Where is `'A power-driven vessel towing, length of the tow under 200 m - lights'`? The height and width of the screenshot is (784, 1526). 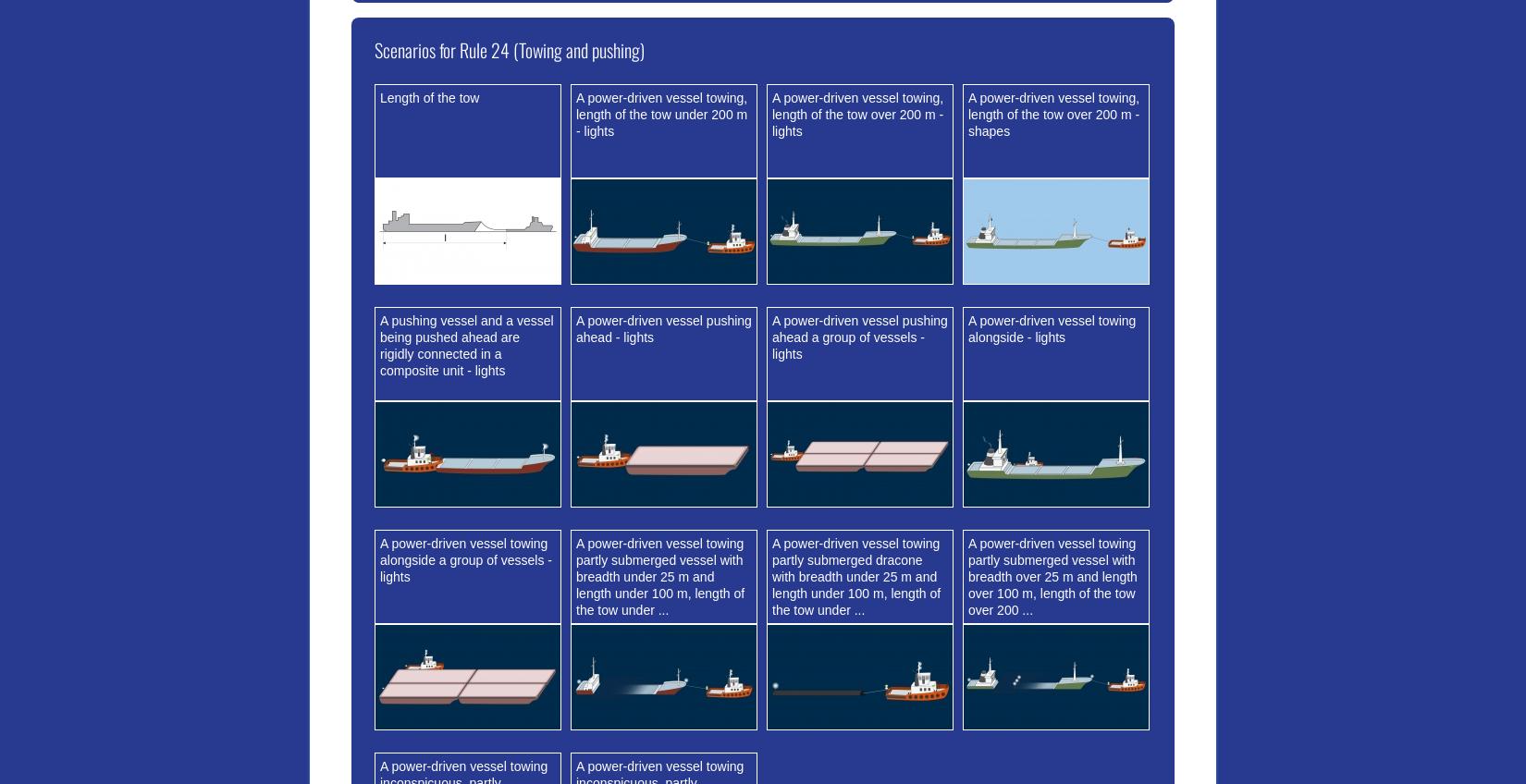 'A power-driven vessel towing, length of the tow under 200 m - lights' is located at coordinates (660, 113).